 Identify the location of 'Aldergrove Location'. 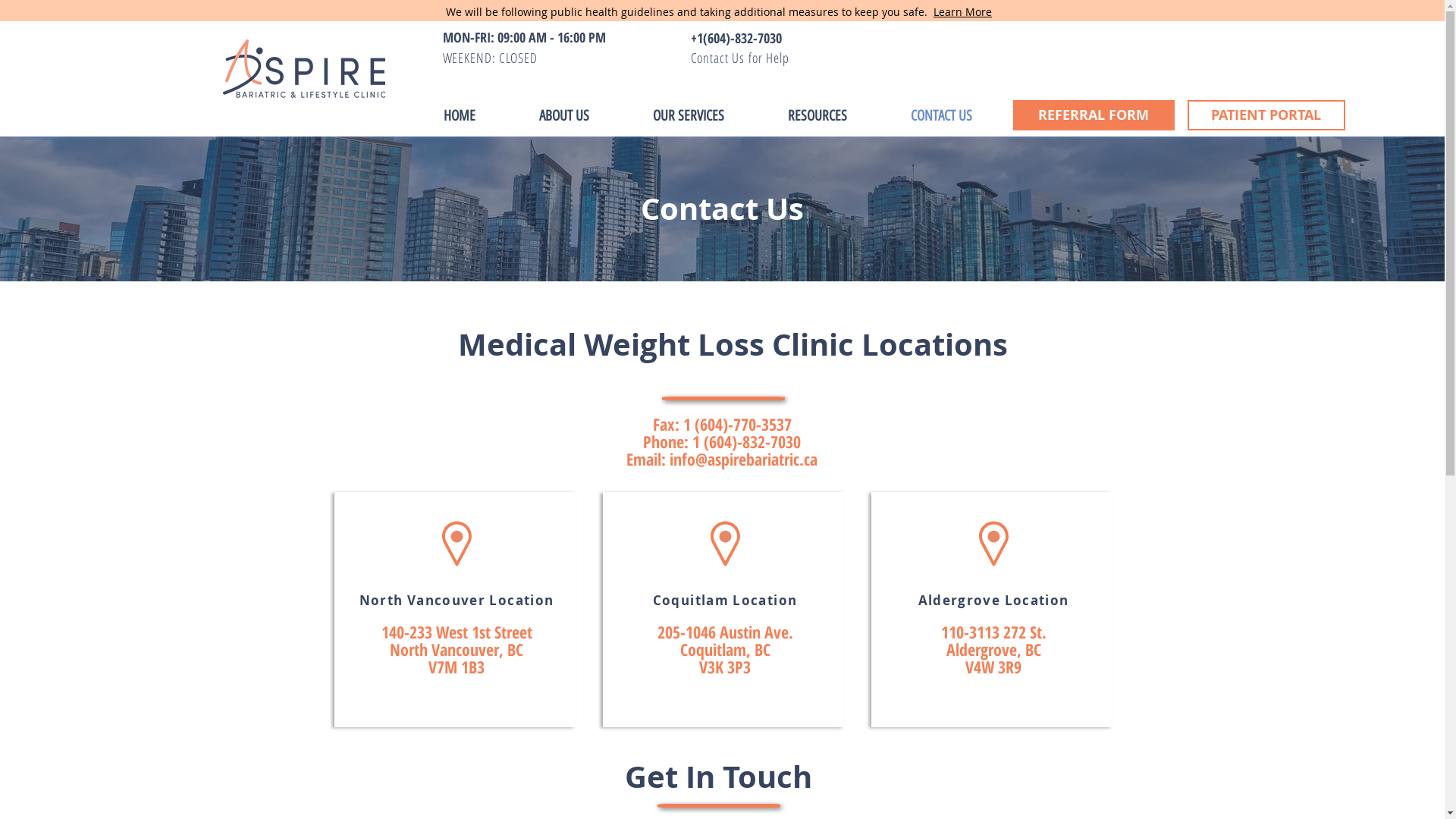
(917, 598).